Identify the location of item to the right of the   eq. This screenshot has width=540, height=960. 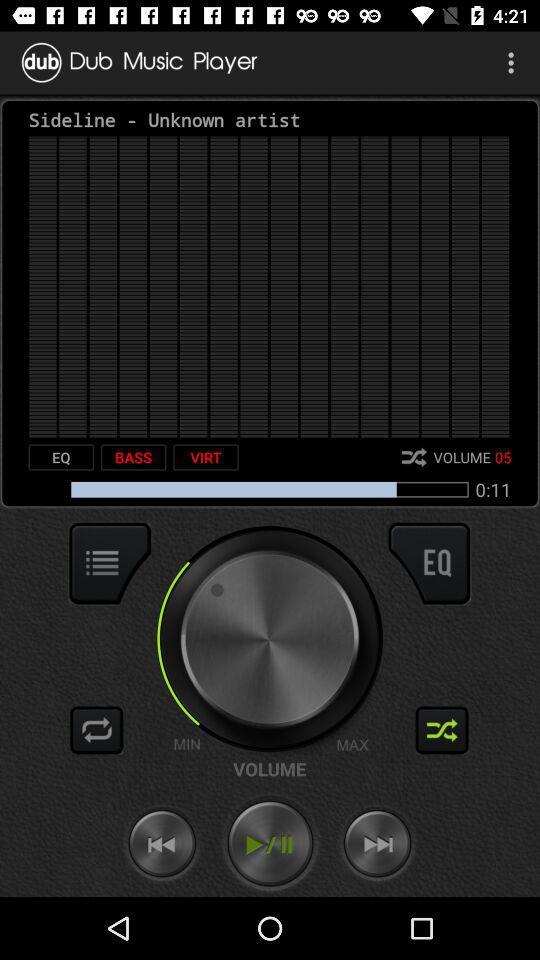
(133, 457).